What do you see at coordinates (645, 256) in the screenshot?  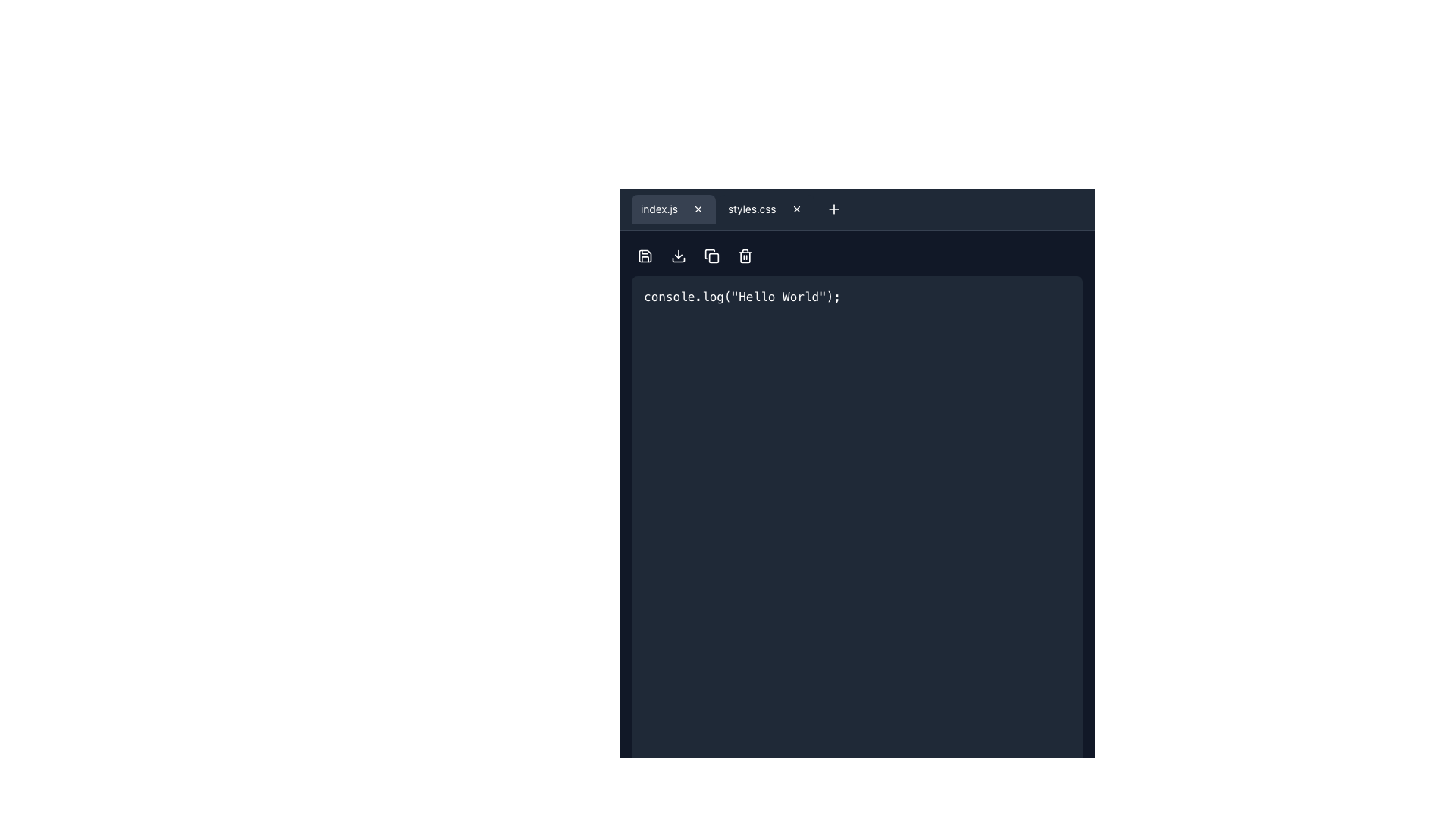 I see `the icon button resembling a document or file with a corner folded, located in the header toolbar area of the application window` at bounding box center [645, 256].